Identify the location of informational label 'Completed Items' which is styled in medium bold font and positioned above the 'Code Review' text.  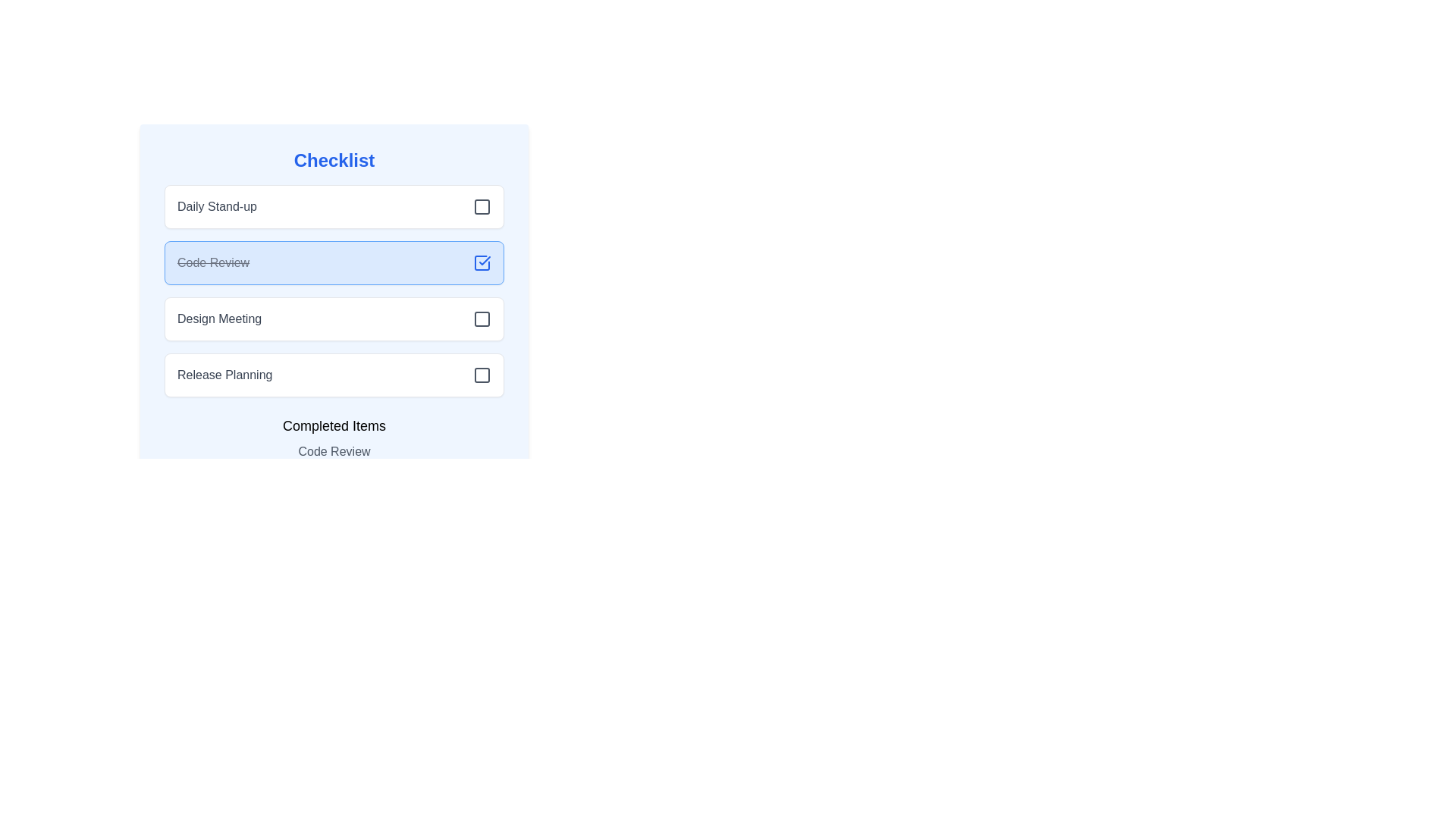
(334, 426).